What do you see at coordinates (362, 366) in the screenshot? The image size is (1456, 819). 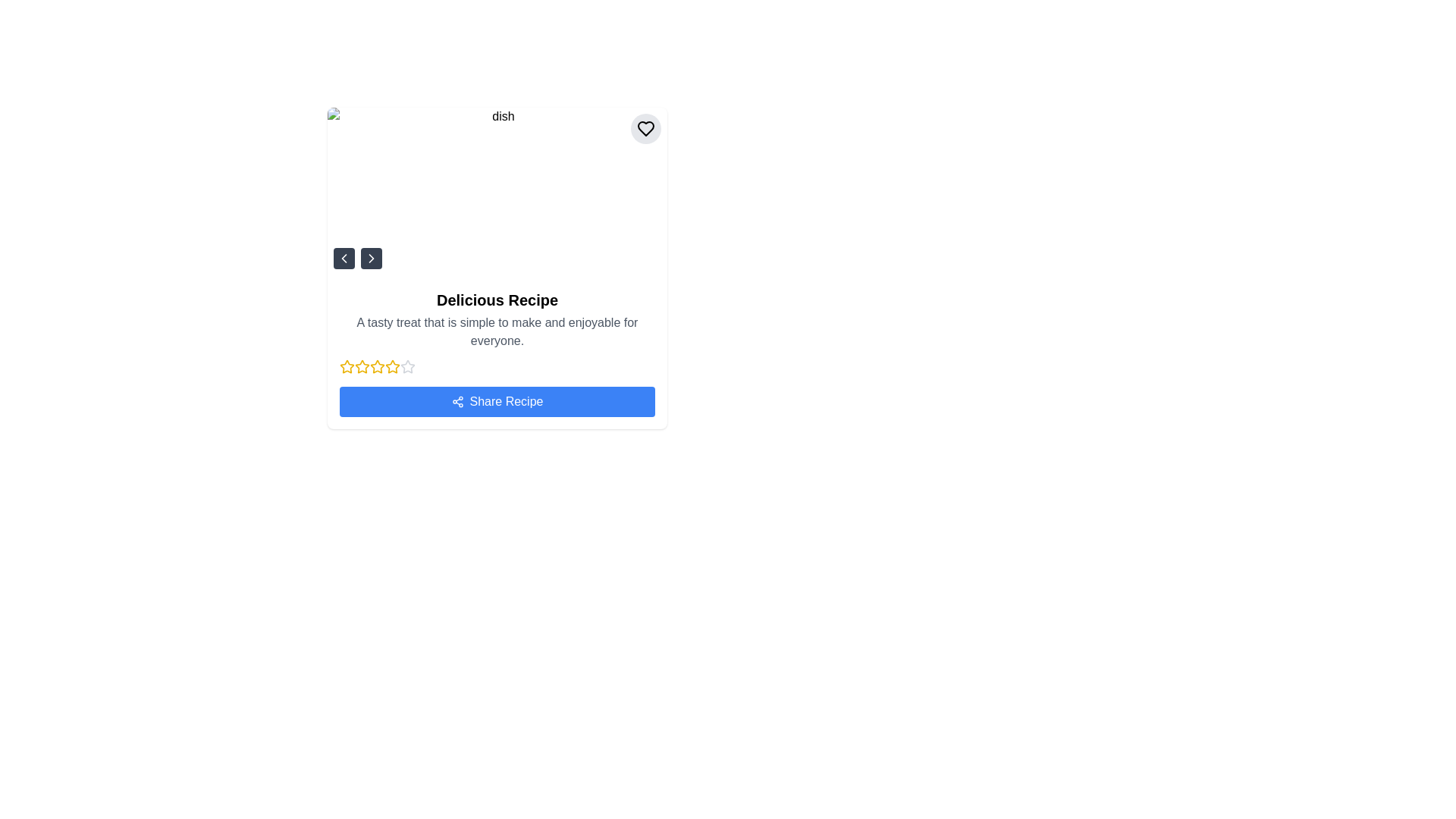 I see `the third star icon in the rating system` at bounding box center [362, 366].